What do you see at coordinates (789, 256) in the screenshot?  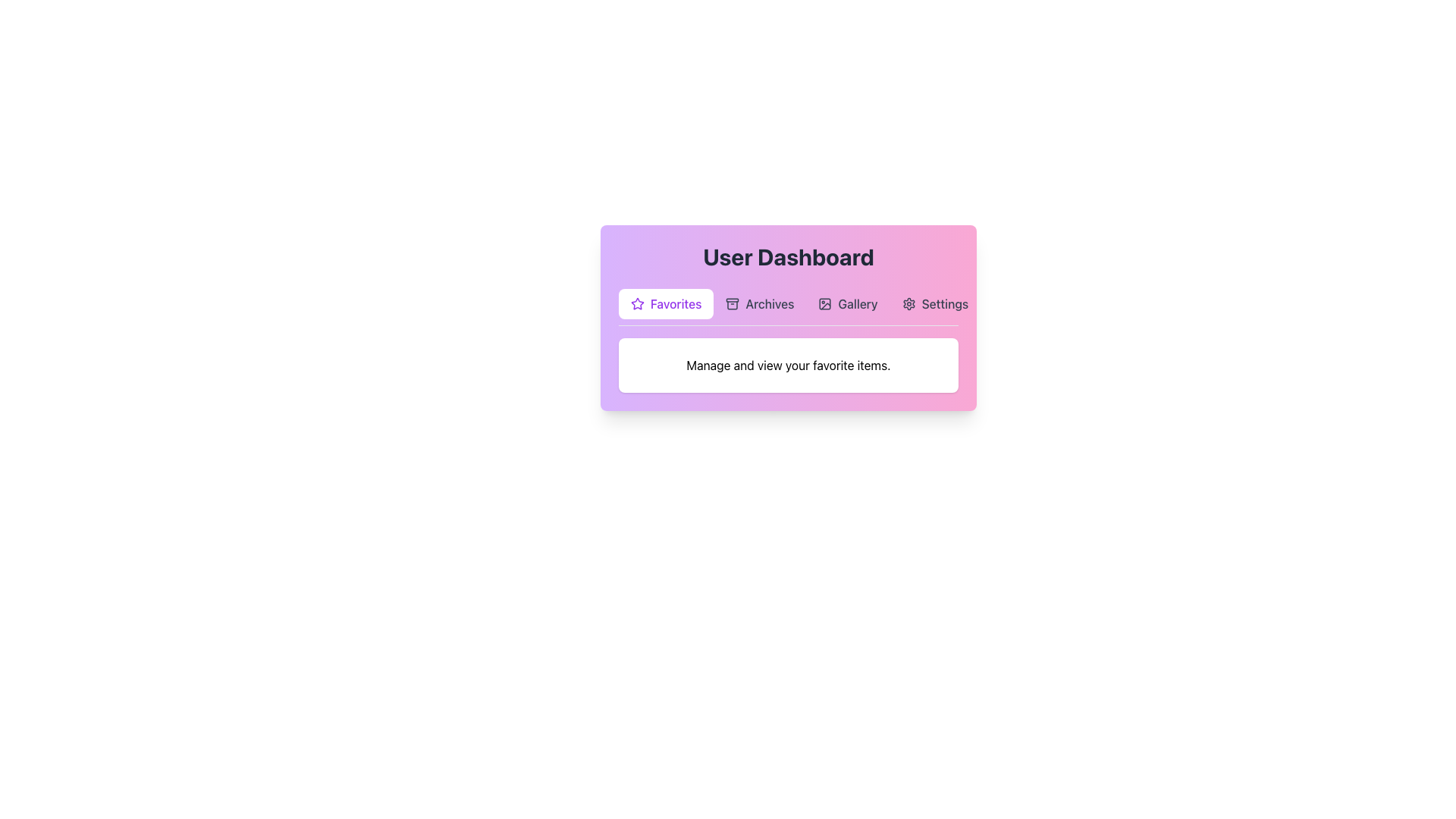 I see `prominently displayed header text that reads 'User Dashboard', which is located at the top of the panel with a gradient background` at bounding box center [789, 256].